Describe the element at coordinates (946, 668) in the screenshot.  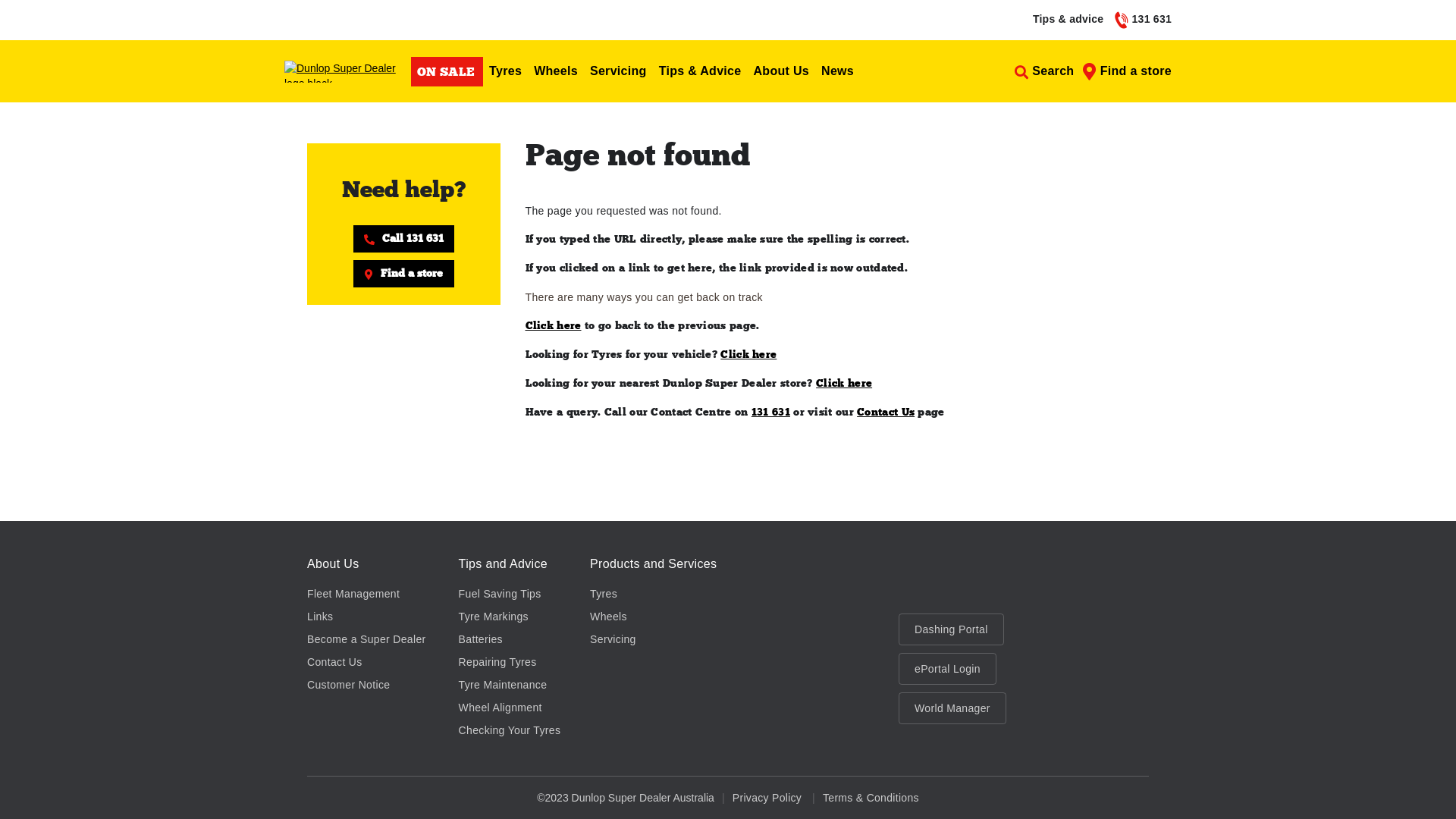
I see `'ePortal Login'` at that location.